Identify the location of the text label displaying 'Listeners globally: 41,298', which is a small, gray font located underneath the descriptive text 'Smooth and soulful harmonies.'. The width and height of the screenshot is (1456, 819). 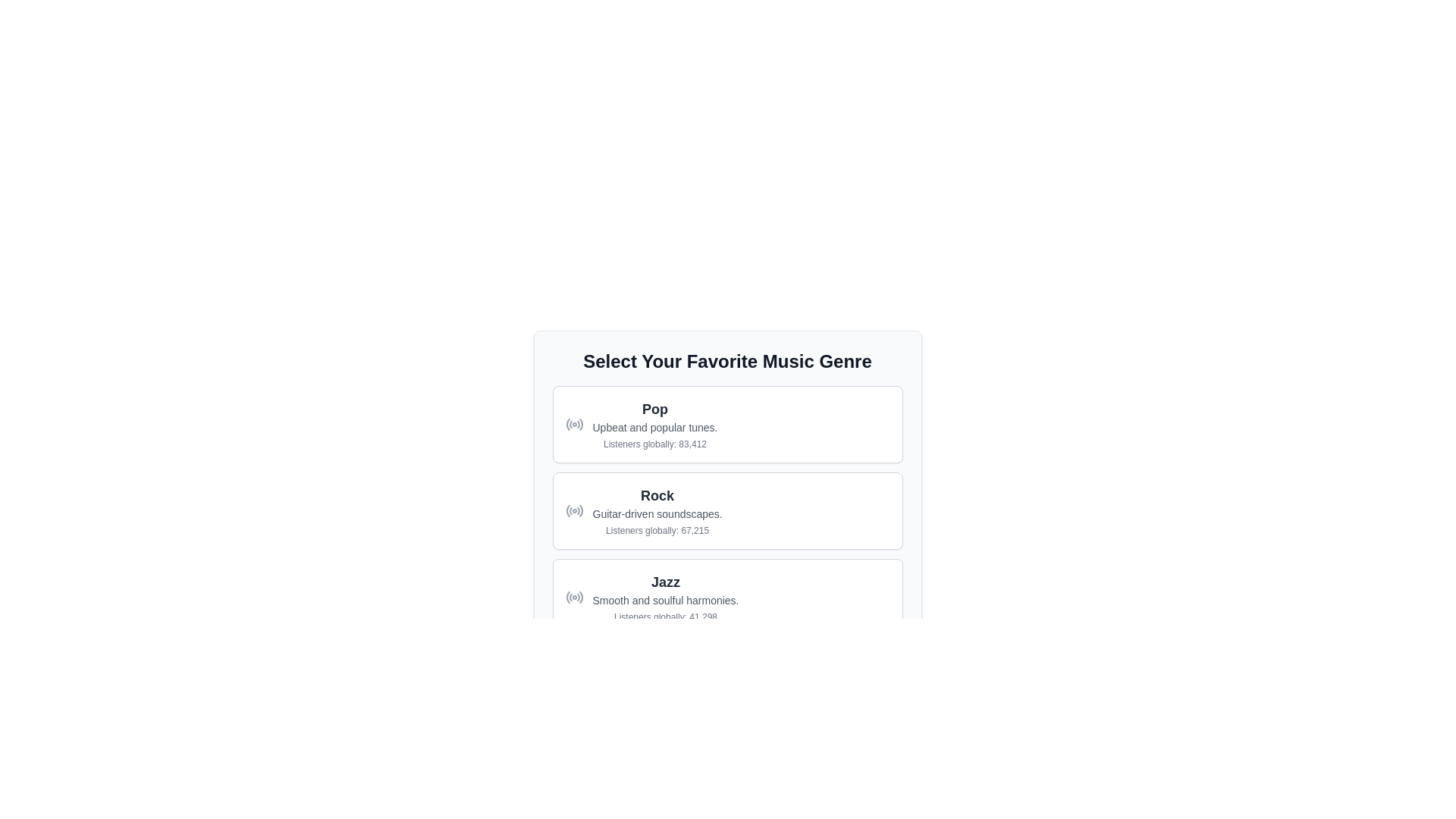
(666, 617).